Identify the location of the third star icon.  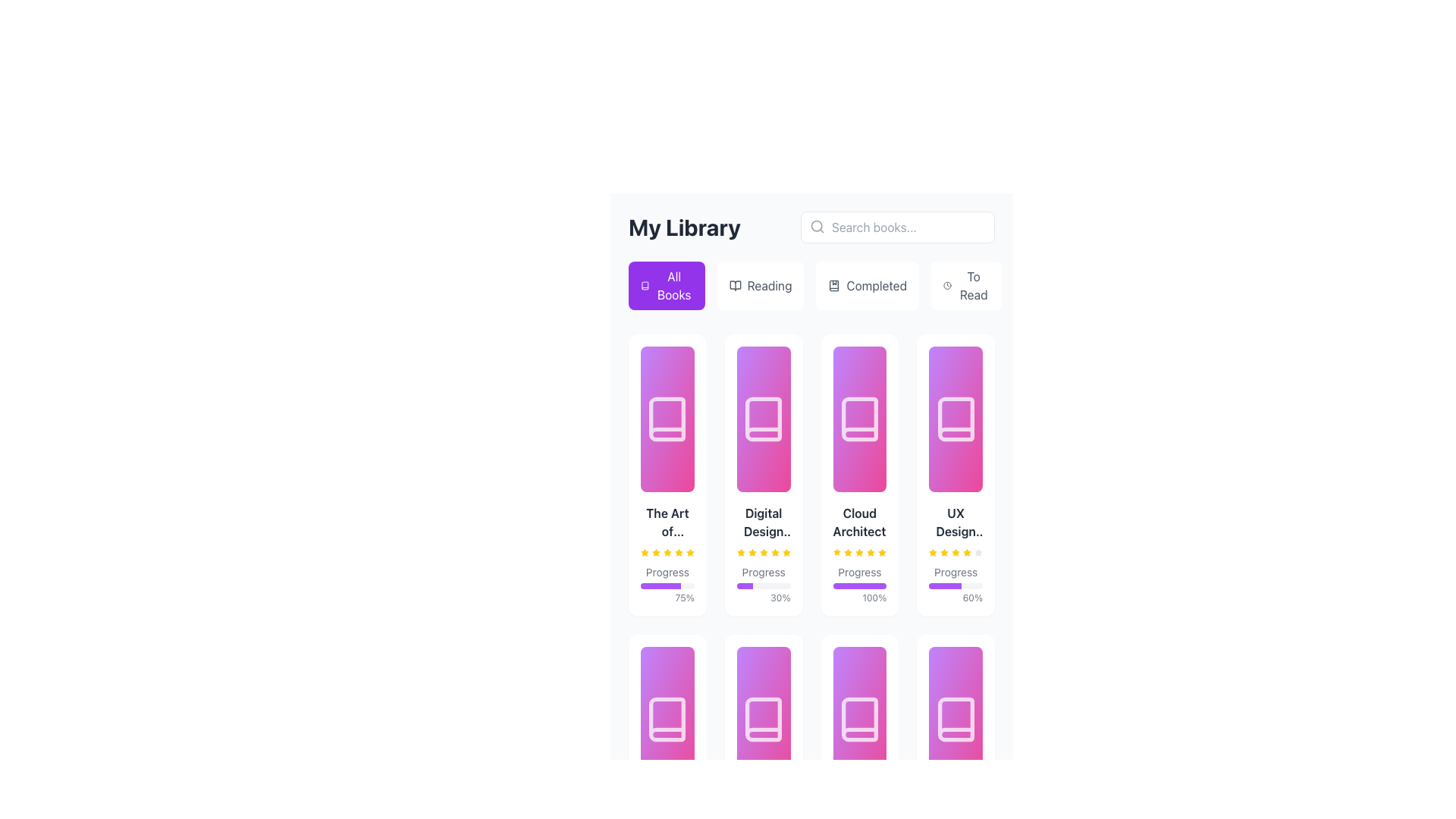
(943, 553).